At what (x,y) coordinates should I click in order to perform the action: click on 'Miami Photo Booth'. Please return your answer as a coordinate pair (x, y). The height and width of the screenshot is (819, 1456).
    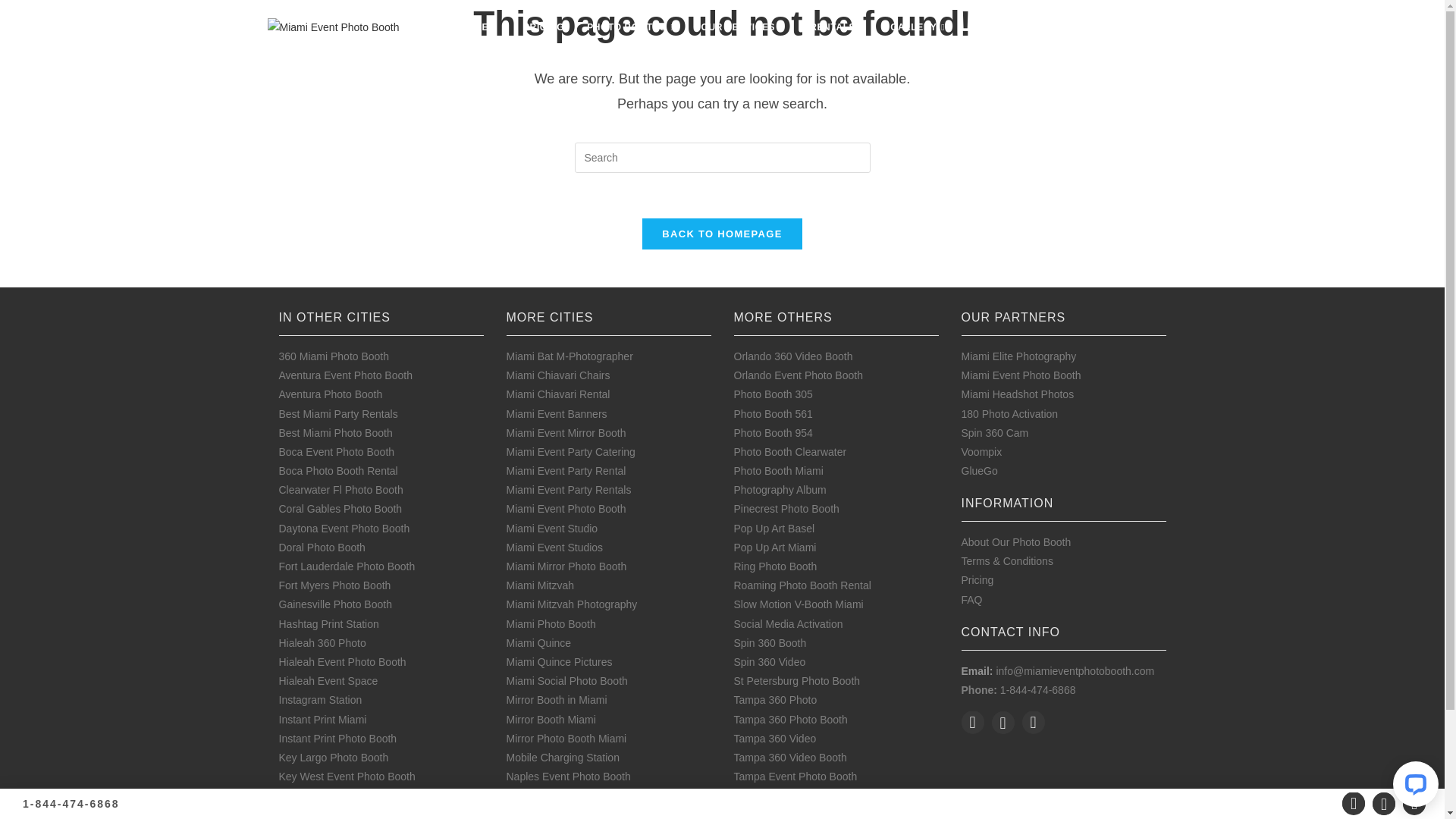
    Looking at the image, I should click on (550, 623).